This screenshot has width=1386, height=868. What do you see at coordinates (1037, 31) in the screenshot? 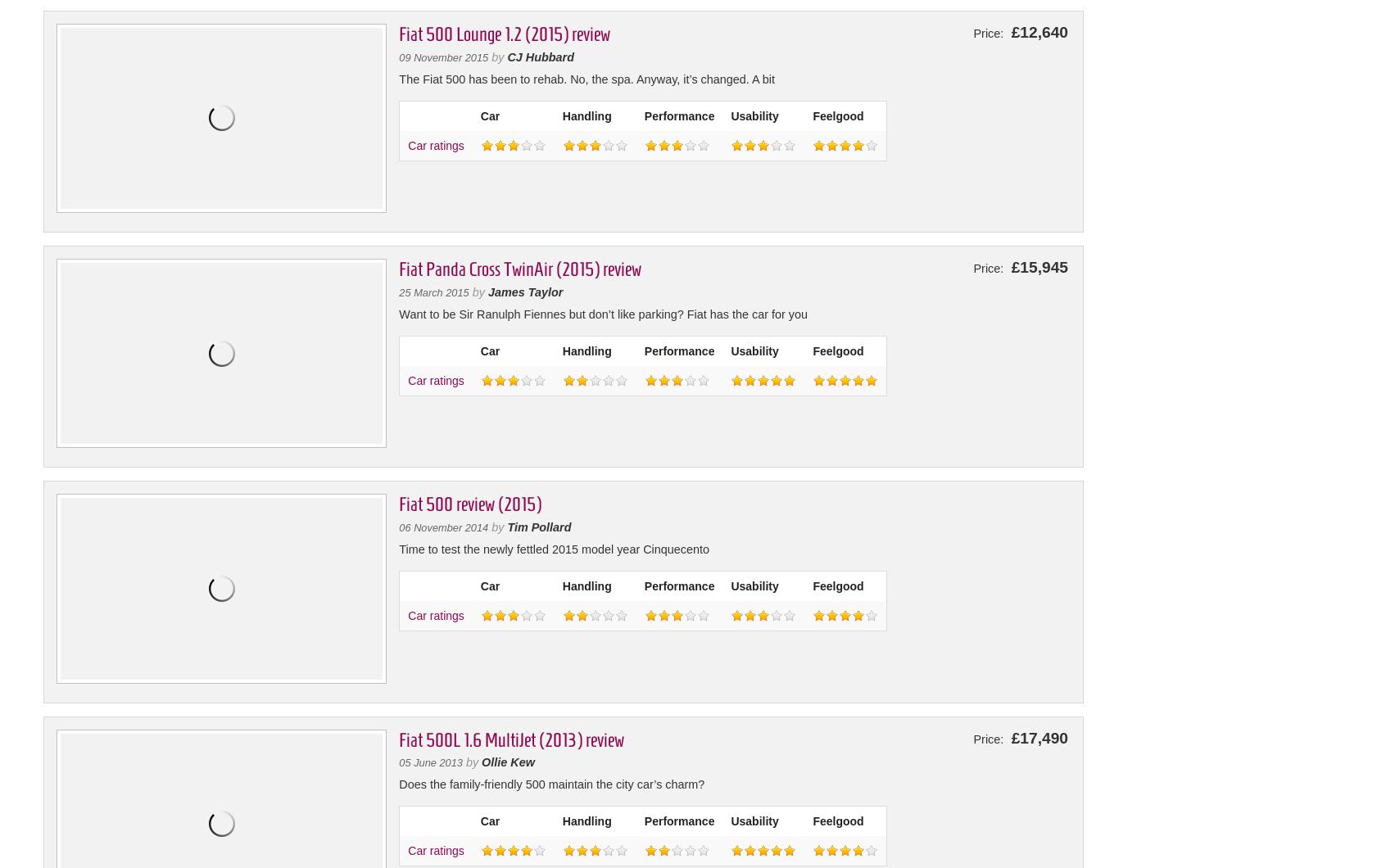
I see `'£12,640'` at bounding box center [1037, 31].